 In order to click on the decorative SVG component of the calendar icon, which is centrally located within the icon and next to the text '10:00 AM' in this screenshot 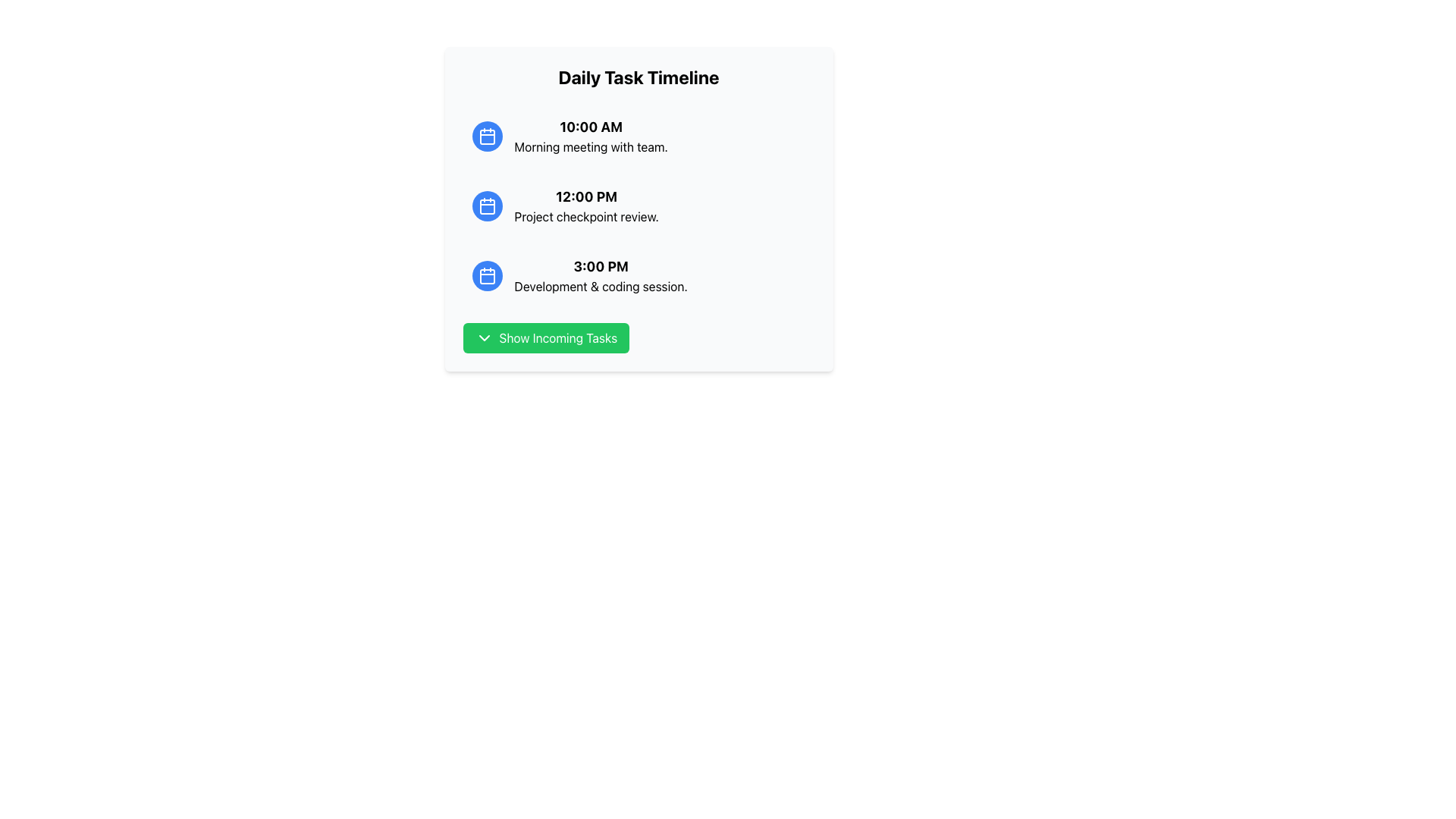, I will do `click(487, 137)`.